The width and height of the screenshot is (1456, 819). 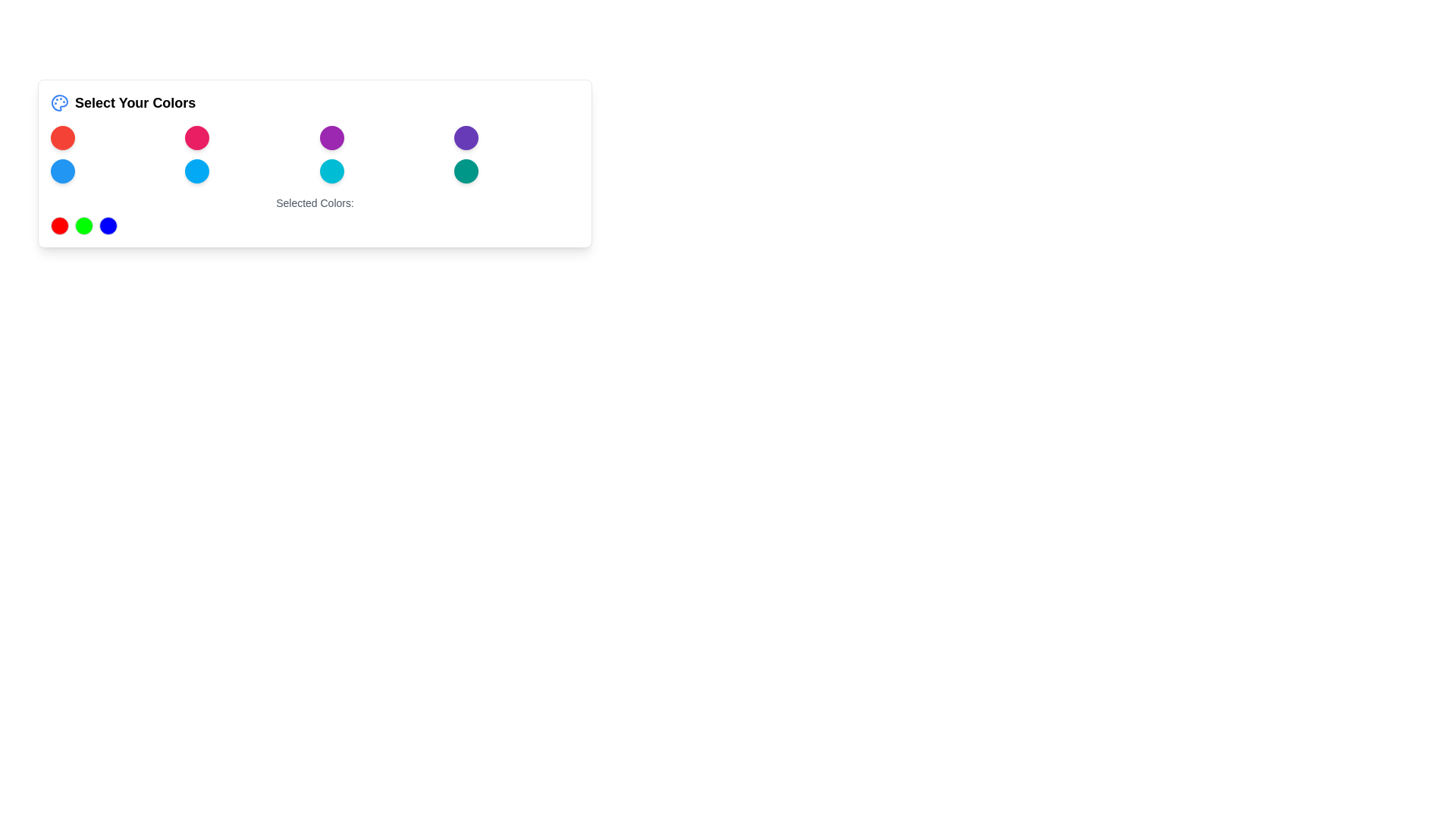 What do you see at coordinates (314, 164) in the screenshot?
I see `color selection interface element located in the modal, which allows users to pick colors from a grid` at bounding box center [314, 164].